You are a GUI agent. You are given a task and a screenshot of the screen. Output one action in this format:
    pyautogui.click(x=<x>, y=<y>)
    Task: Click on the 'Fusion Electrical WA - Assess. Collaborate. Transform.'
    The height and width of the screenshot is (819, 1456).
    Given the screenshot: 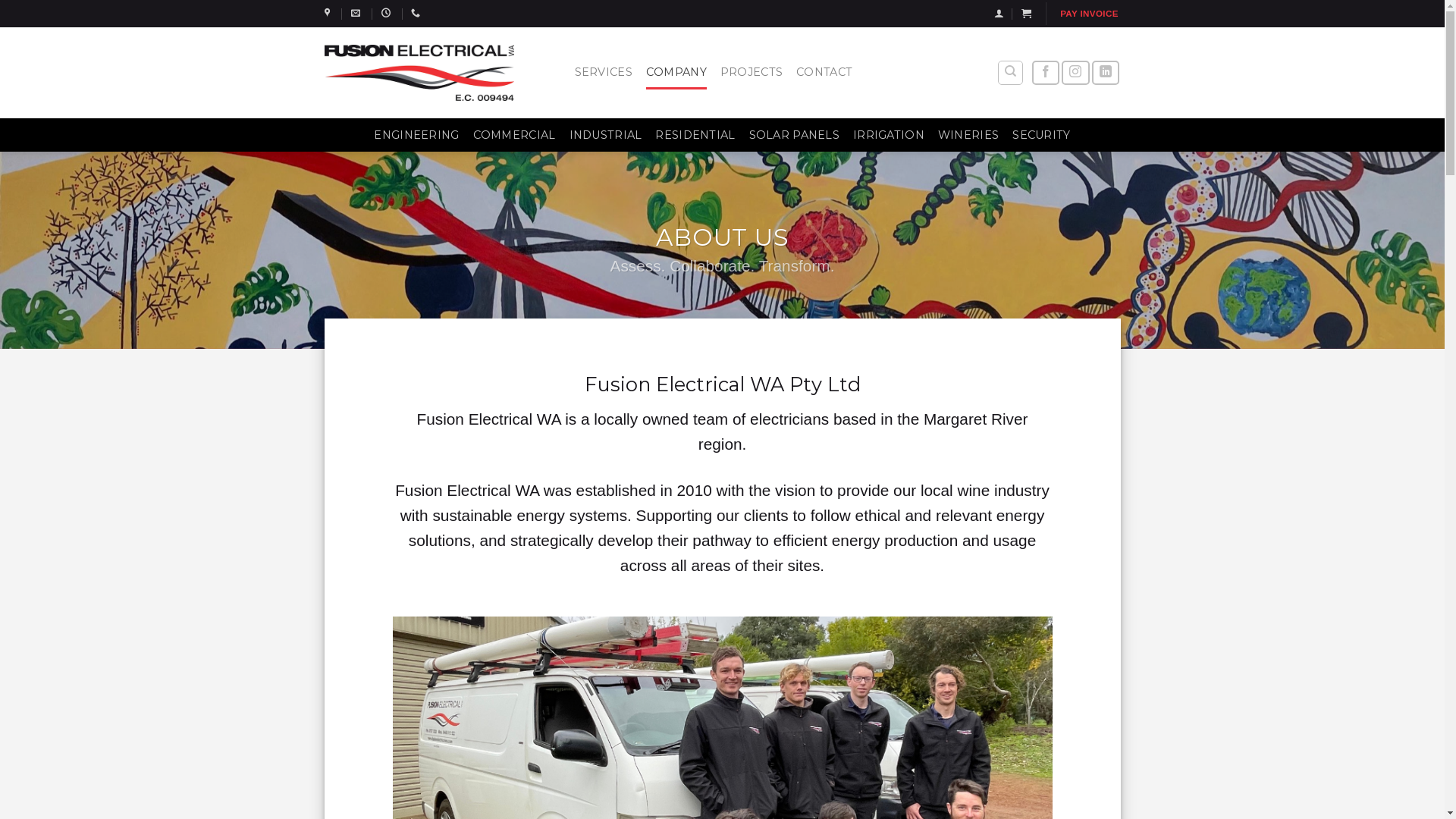 What is the action you would take?
    pyautogui.click(x=419, y=72)
    